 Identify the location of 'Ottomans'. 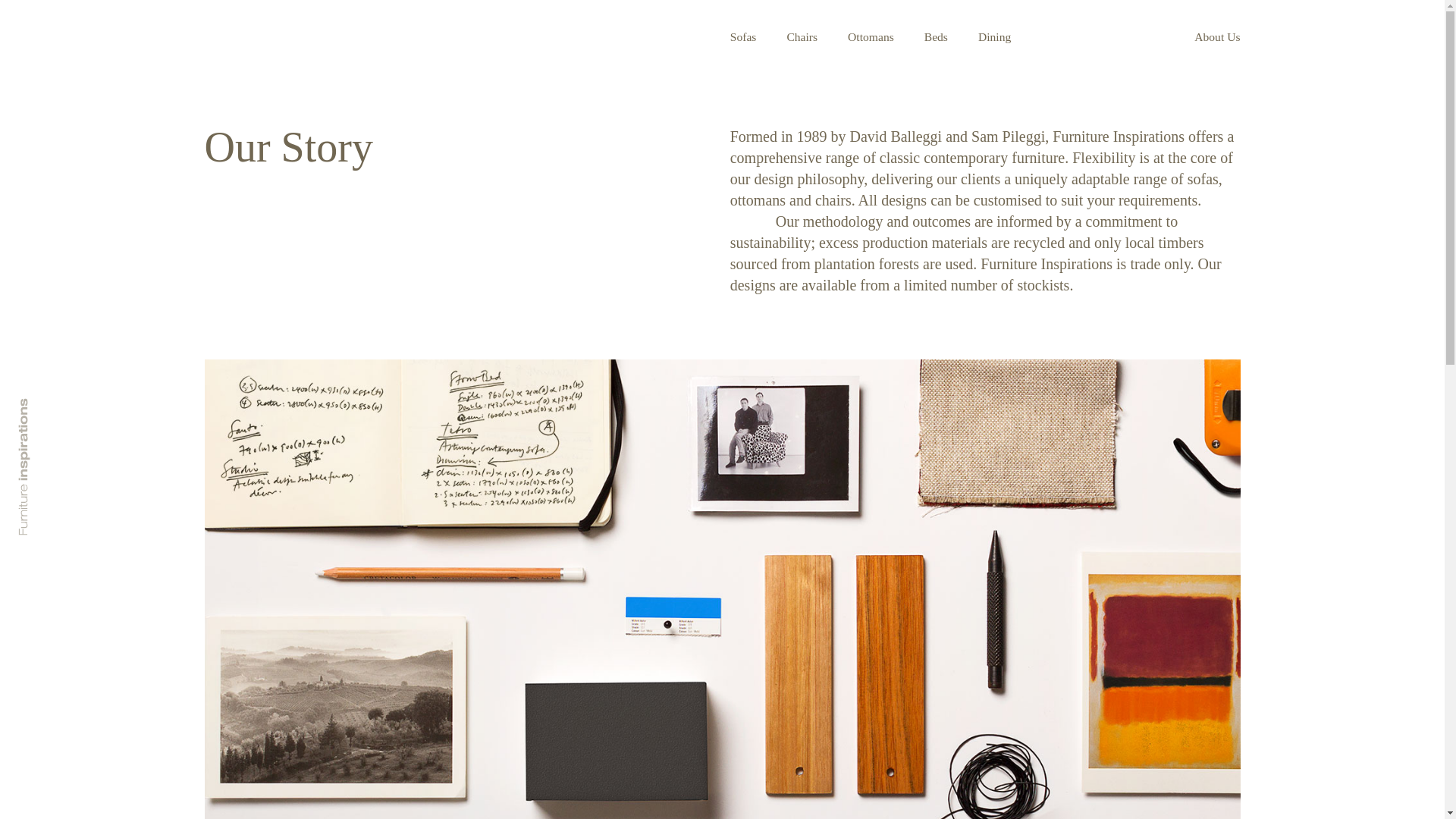
(871, 36).